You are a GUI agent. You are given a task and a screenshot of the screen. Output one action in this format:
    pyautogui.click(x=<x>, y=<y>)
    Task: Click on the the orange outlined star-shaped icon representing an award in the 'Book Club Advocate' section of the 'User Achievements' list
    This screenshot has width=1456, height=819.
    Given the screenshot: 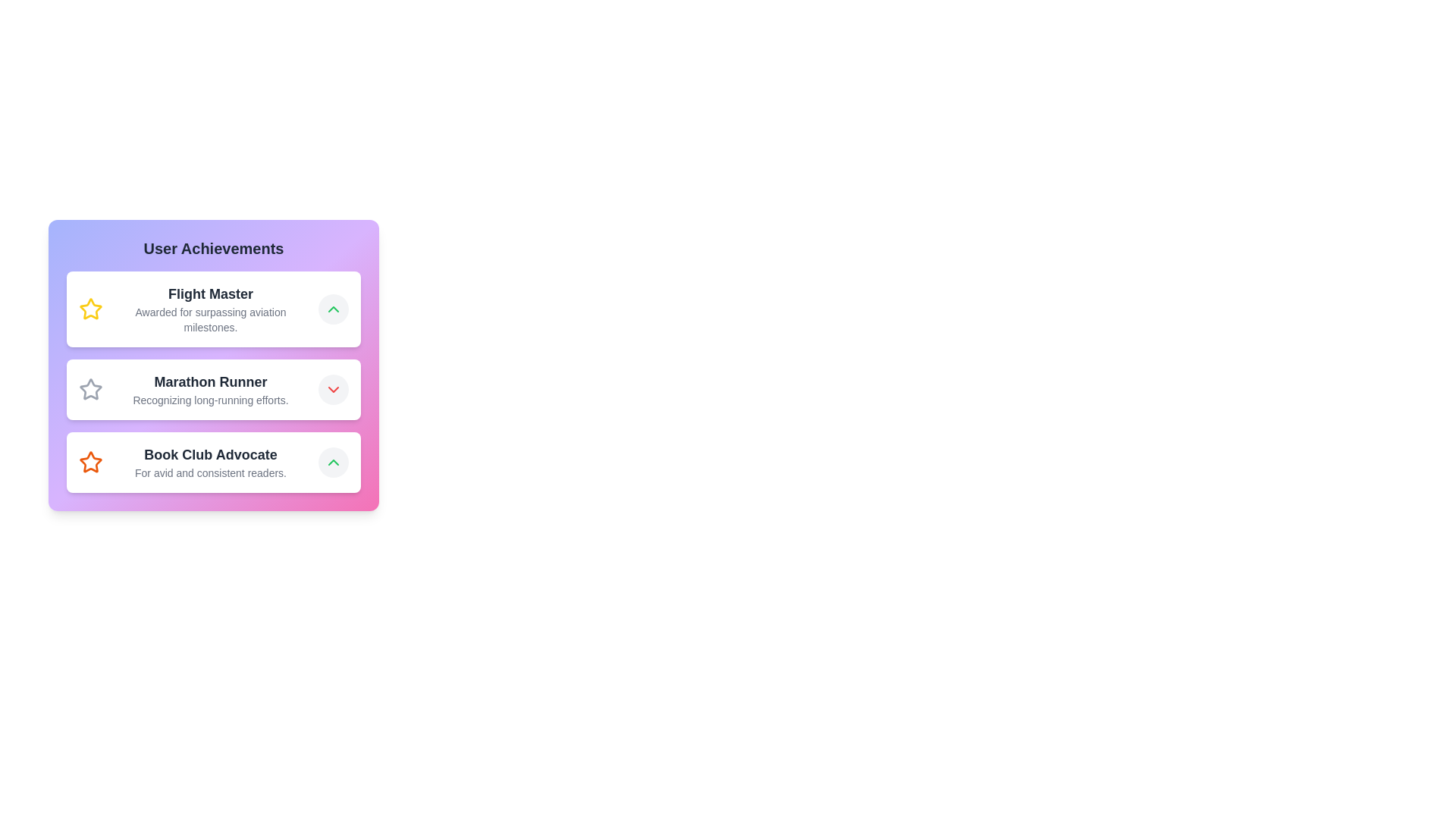 What is the action you would take?
    pyautogui.click(x=90, y=461)
    